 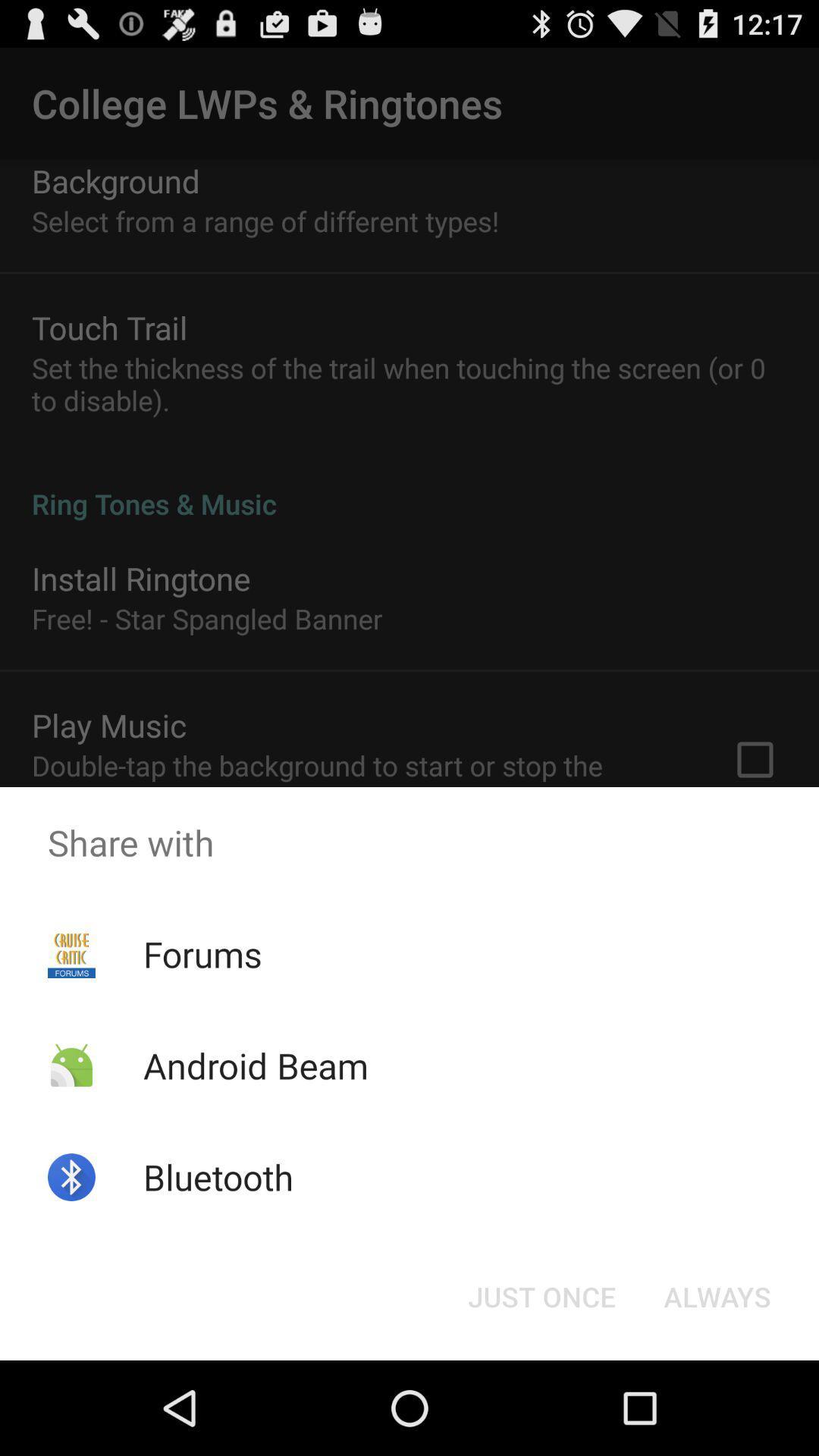 What do you see at coordinates (717, 1295) in the screenshot?
I see `the button at the bottom right corner` at bounding box center [717, 1295].